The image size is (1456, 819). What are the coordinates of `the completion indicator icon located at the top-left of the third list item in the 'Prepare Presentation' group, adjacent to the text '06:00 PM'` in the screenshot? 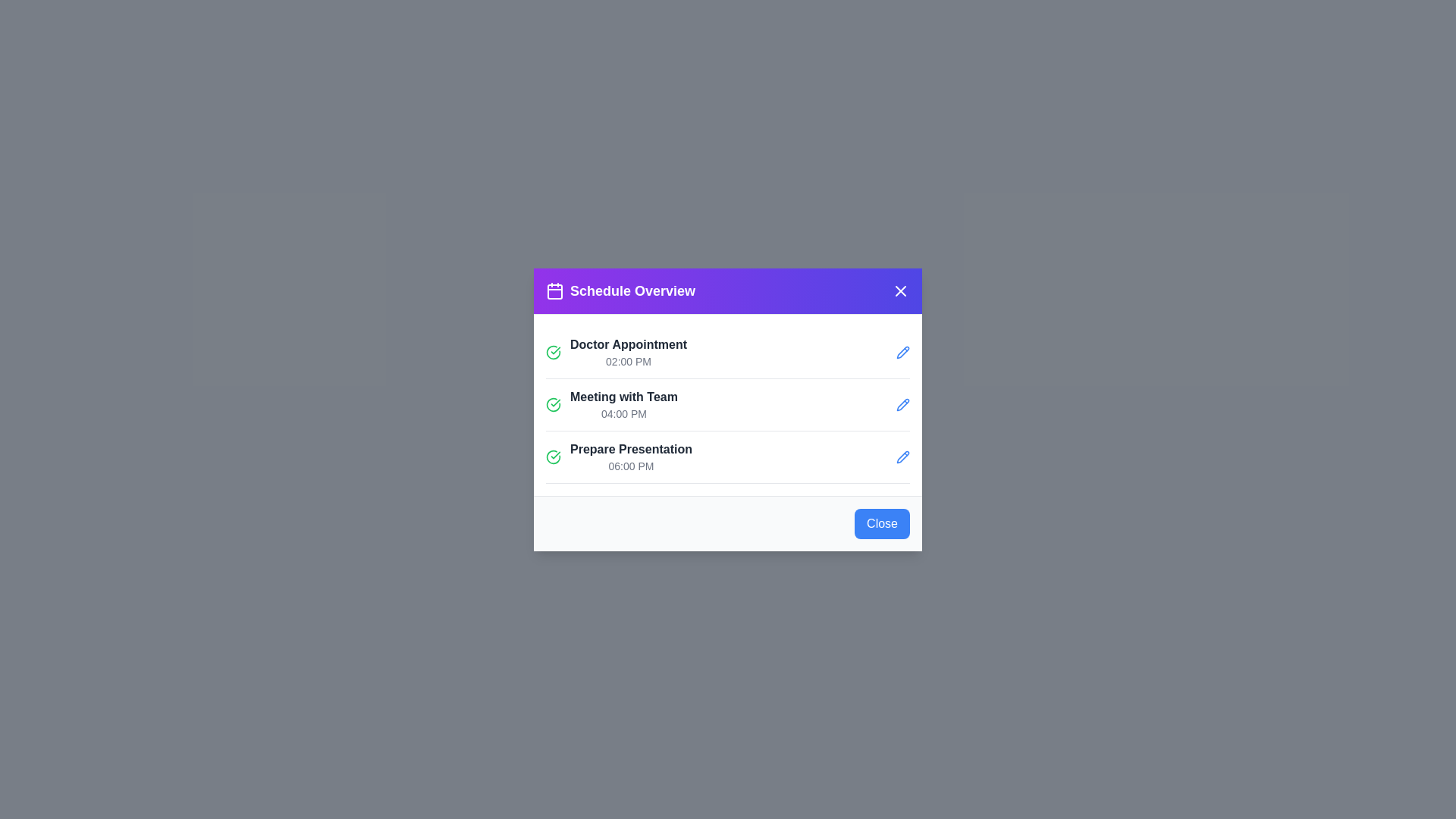 It's located at (552, 456).